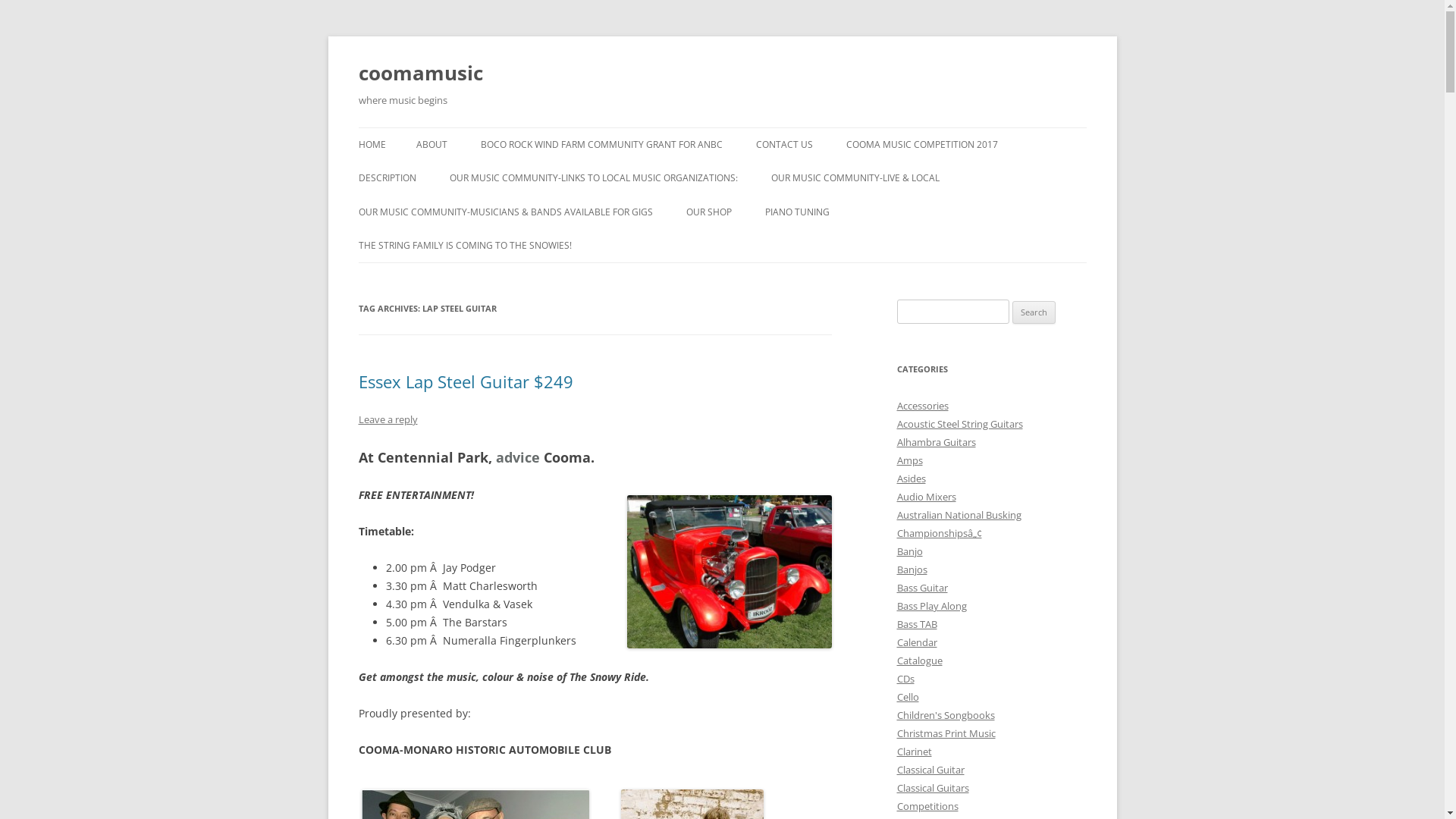  I want to click on 'Accessories', so click(896, 405).